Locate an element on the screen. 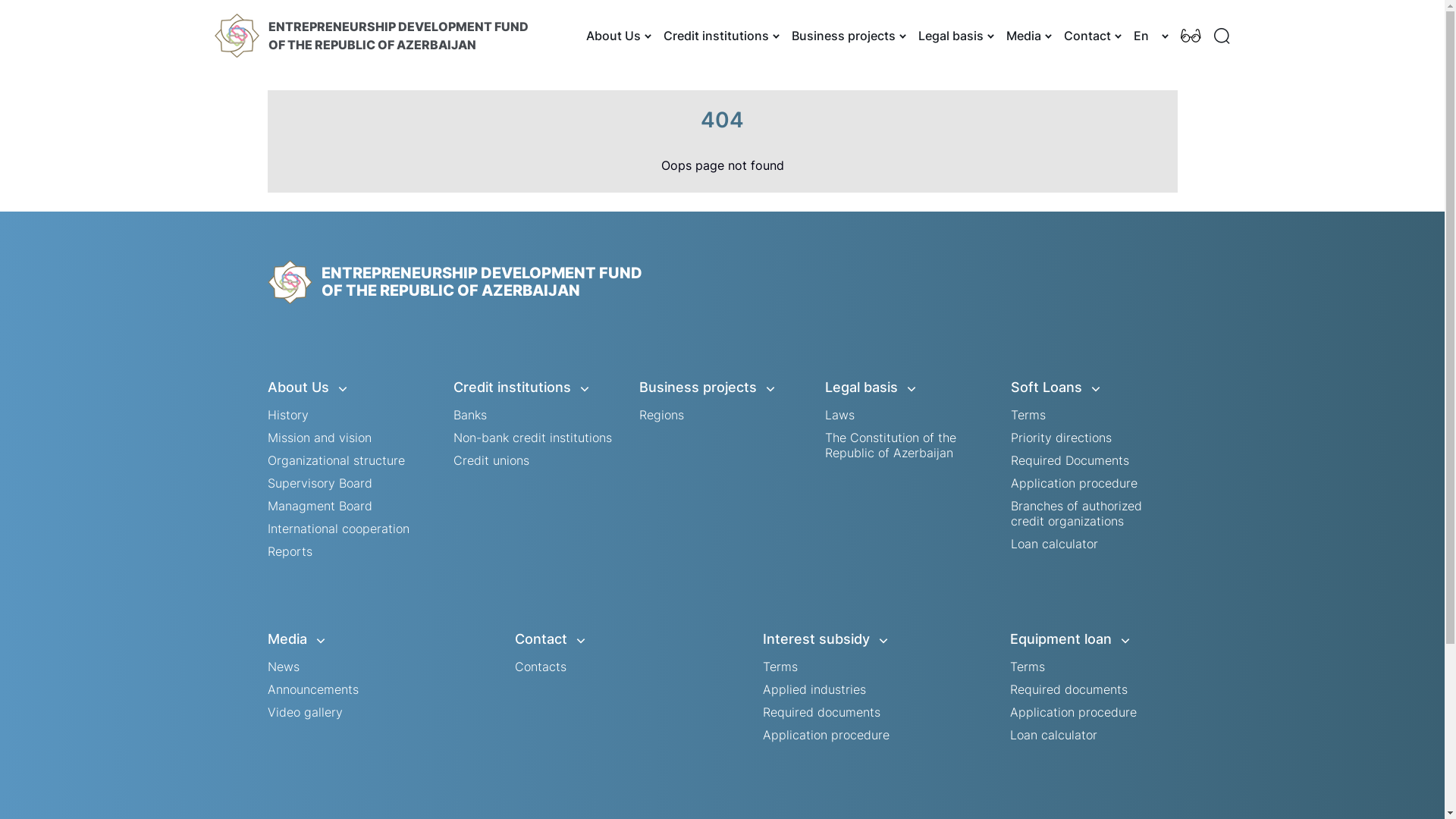 The height and width of the screenshot is (819, 1456). 'International cooperation' is located at coordinates (337, 528).